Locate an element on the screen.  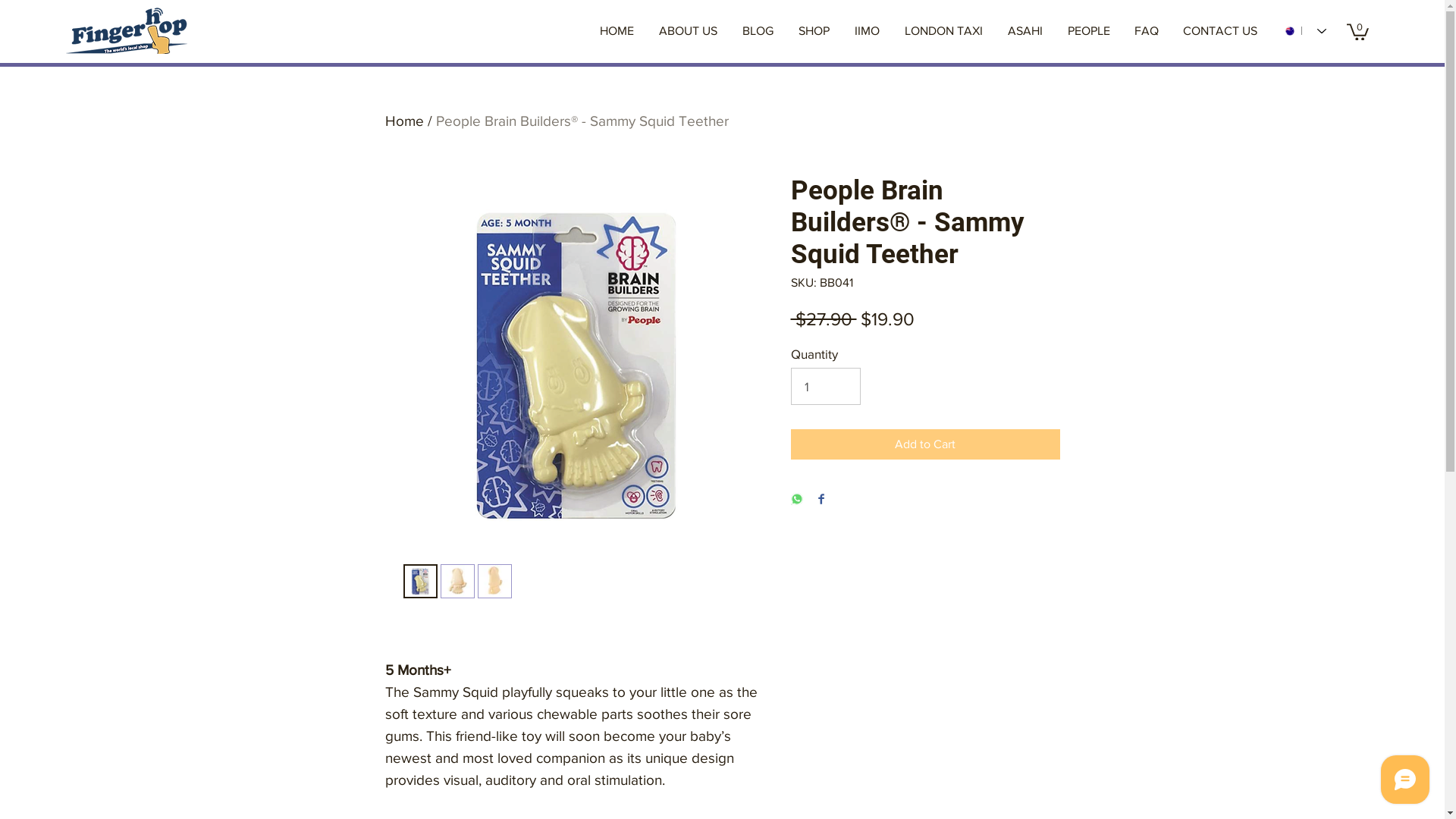
'FAQ' is located at coordinates (1147, 31).